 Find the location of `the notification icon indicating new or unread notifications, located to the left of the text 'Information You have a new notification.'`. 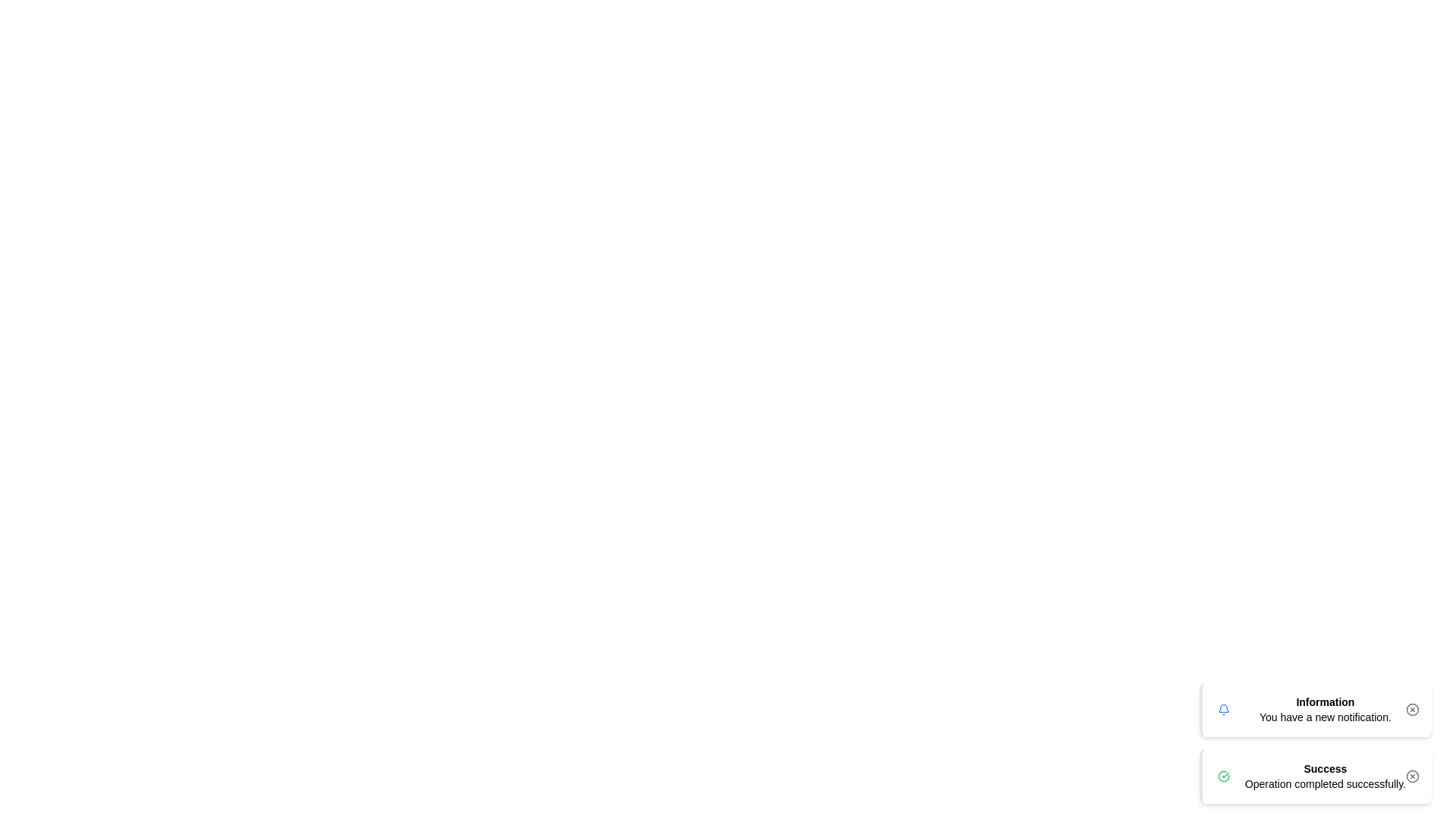

the notification icon indicating new or unread notifications, located to the left of the text 'Information You have a new notification.' is located at coordinates (1223, 710).